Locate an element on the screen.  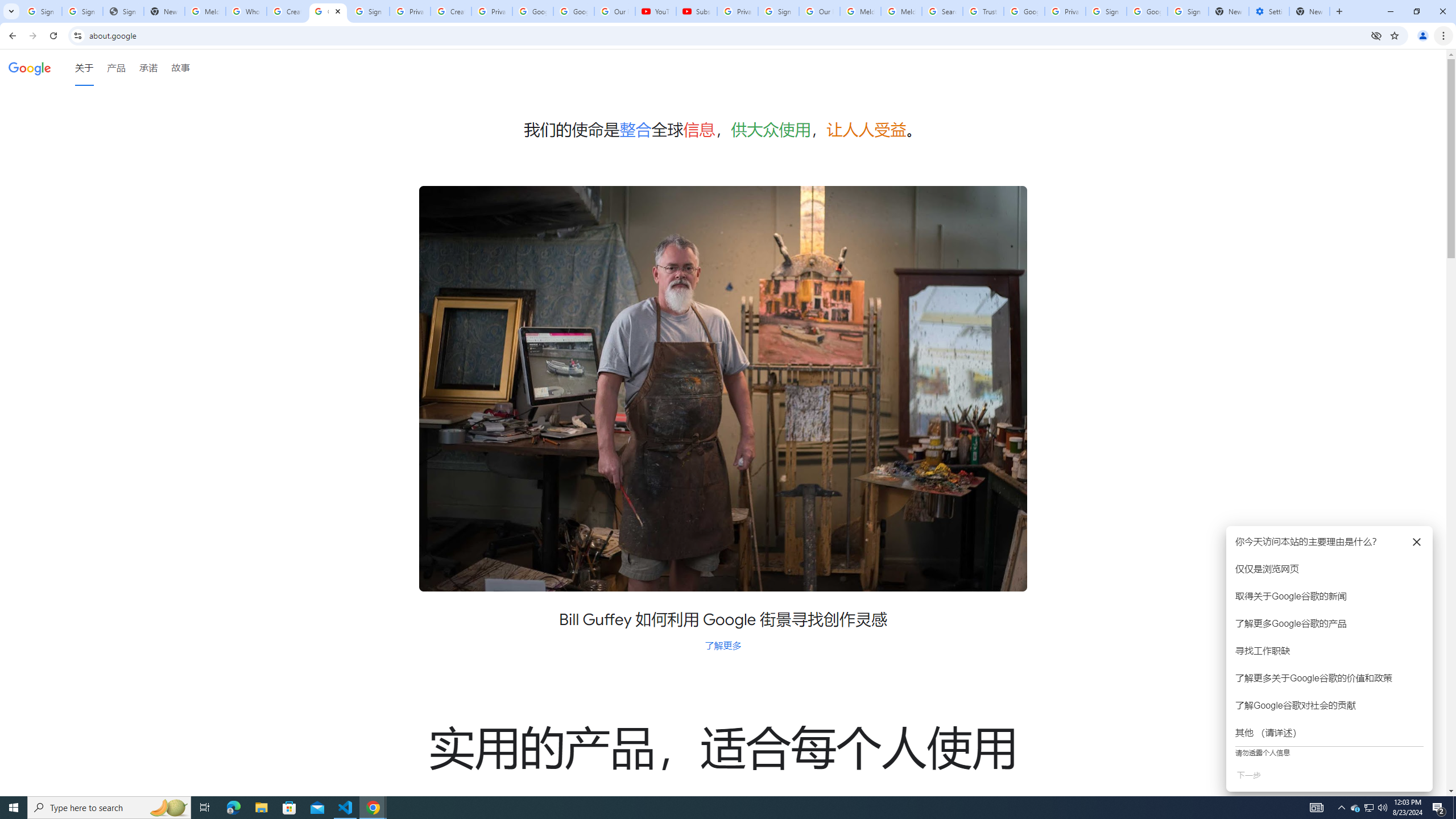
'Sign in - Google Accounts' is located at coordinates (41, 11).